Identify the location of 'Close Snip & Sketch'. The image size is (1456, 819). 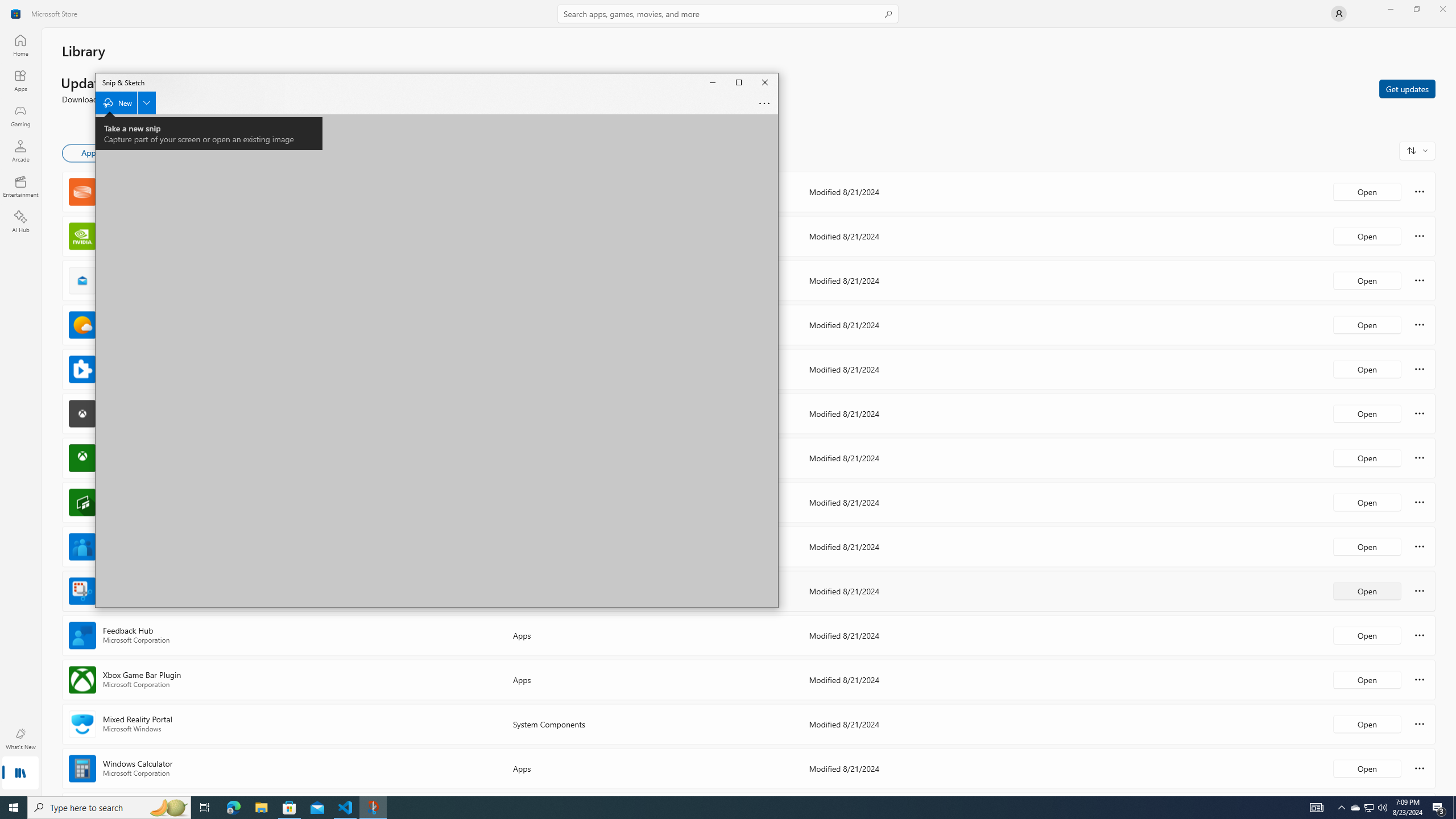
(764, 82).